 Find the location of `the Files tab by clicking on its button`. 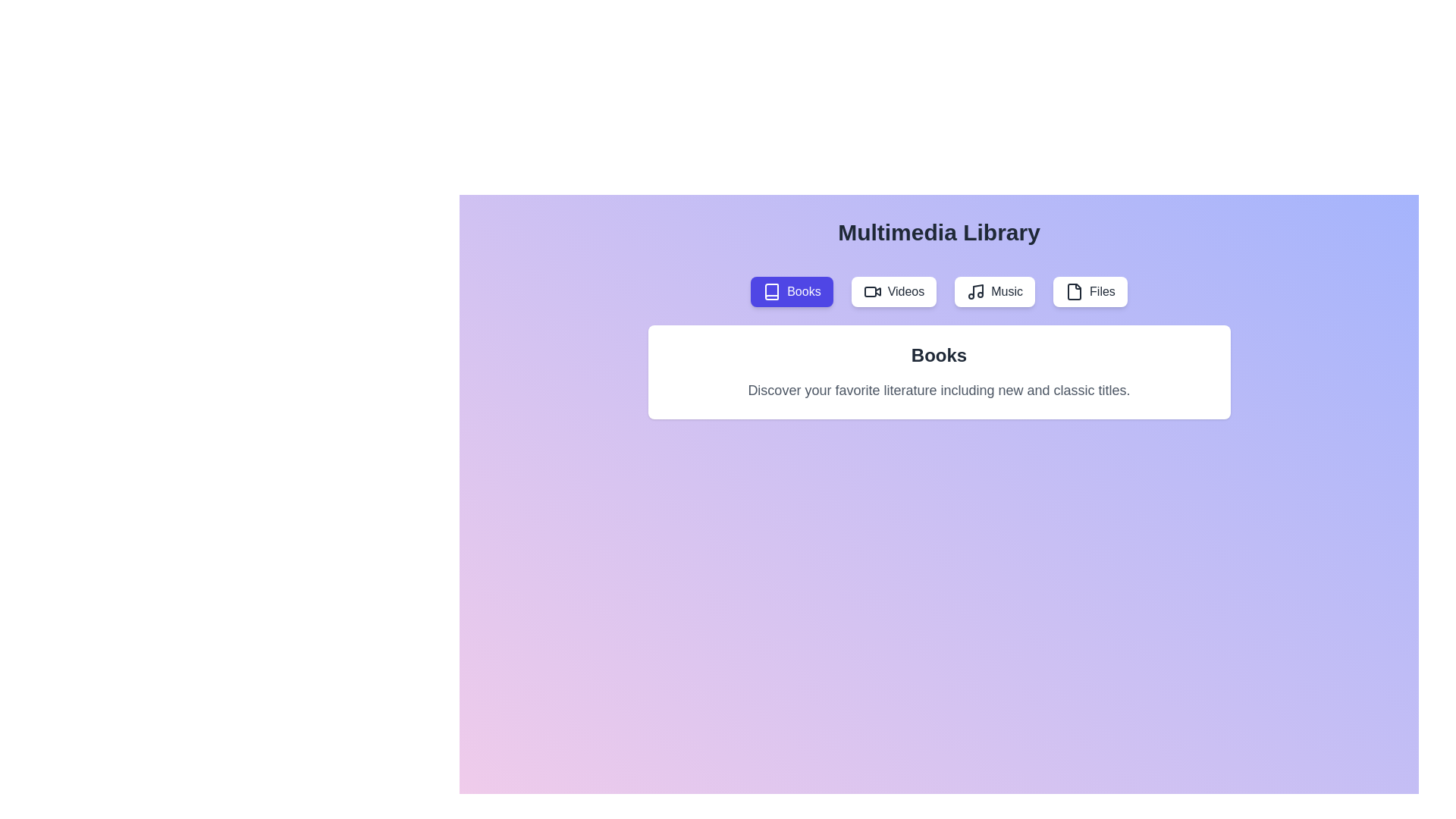

the Files tab by clicking on its button is located at coordinates (1089, 292).